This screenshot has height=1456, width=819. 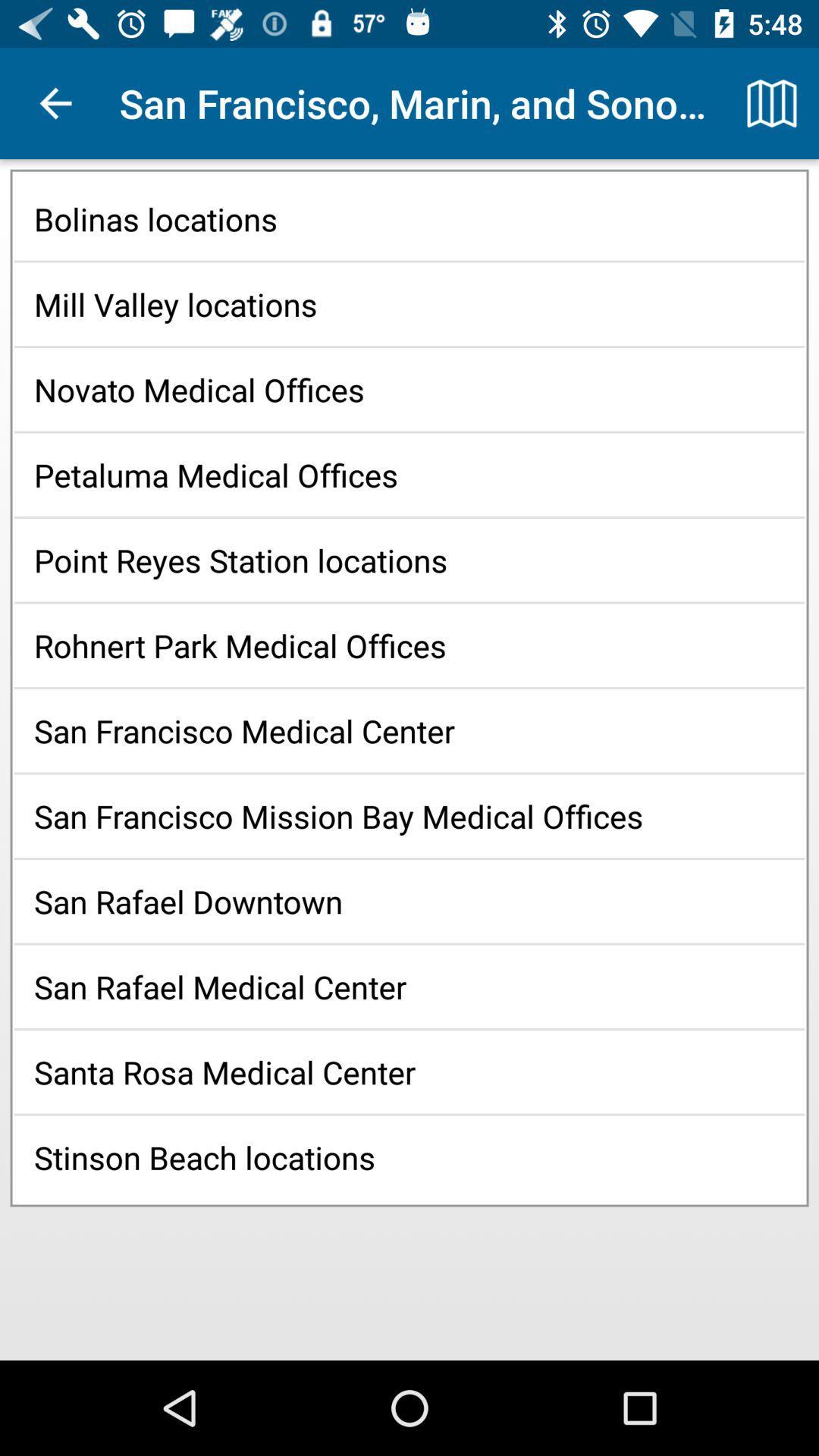 I want to click on the novato medical offices, so click(x=409, y=389).